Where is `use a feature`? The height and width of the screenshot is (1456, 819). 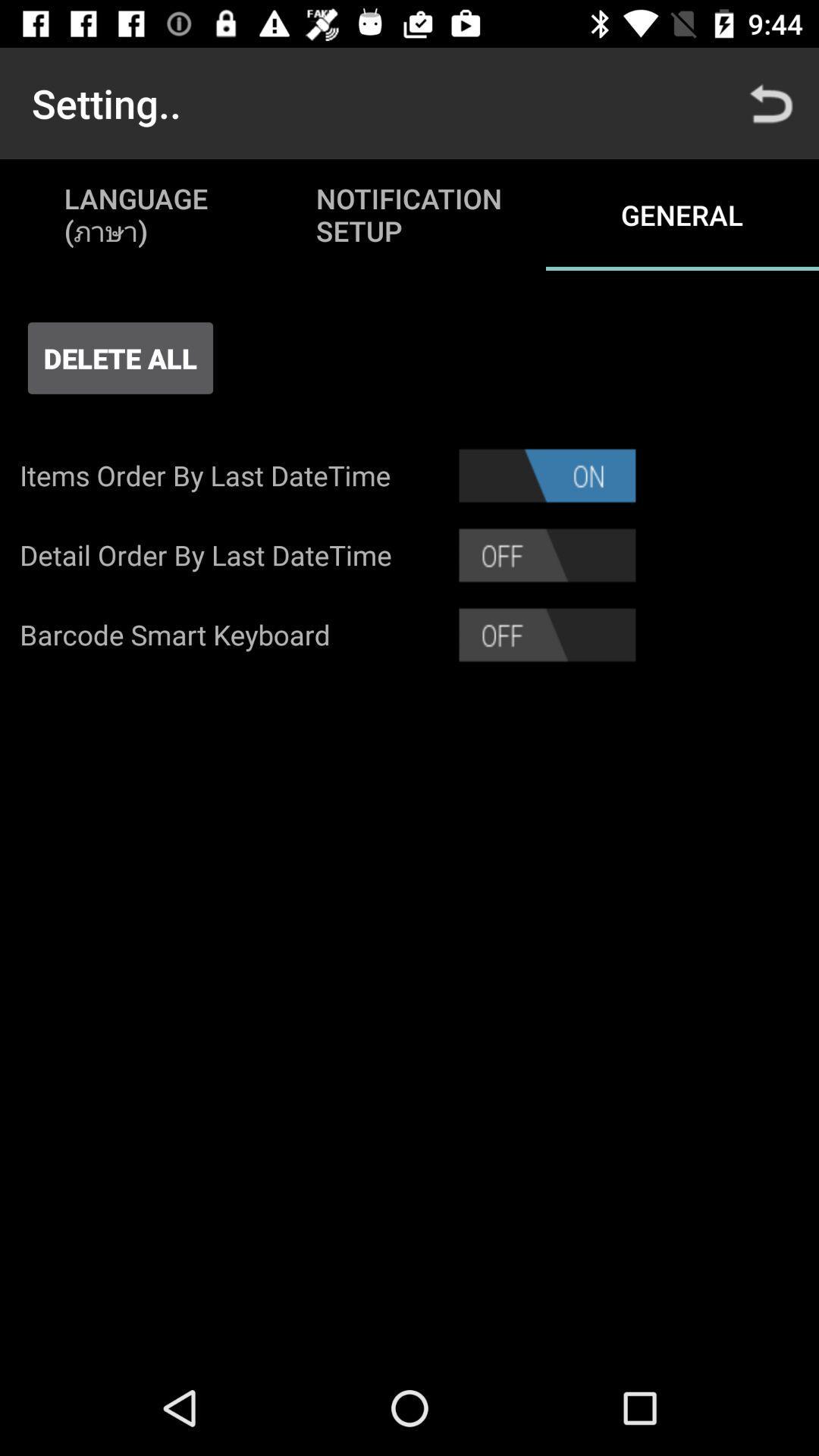
use a feature is located at coordinates (547, 554).